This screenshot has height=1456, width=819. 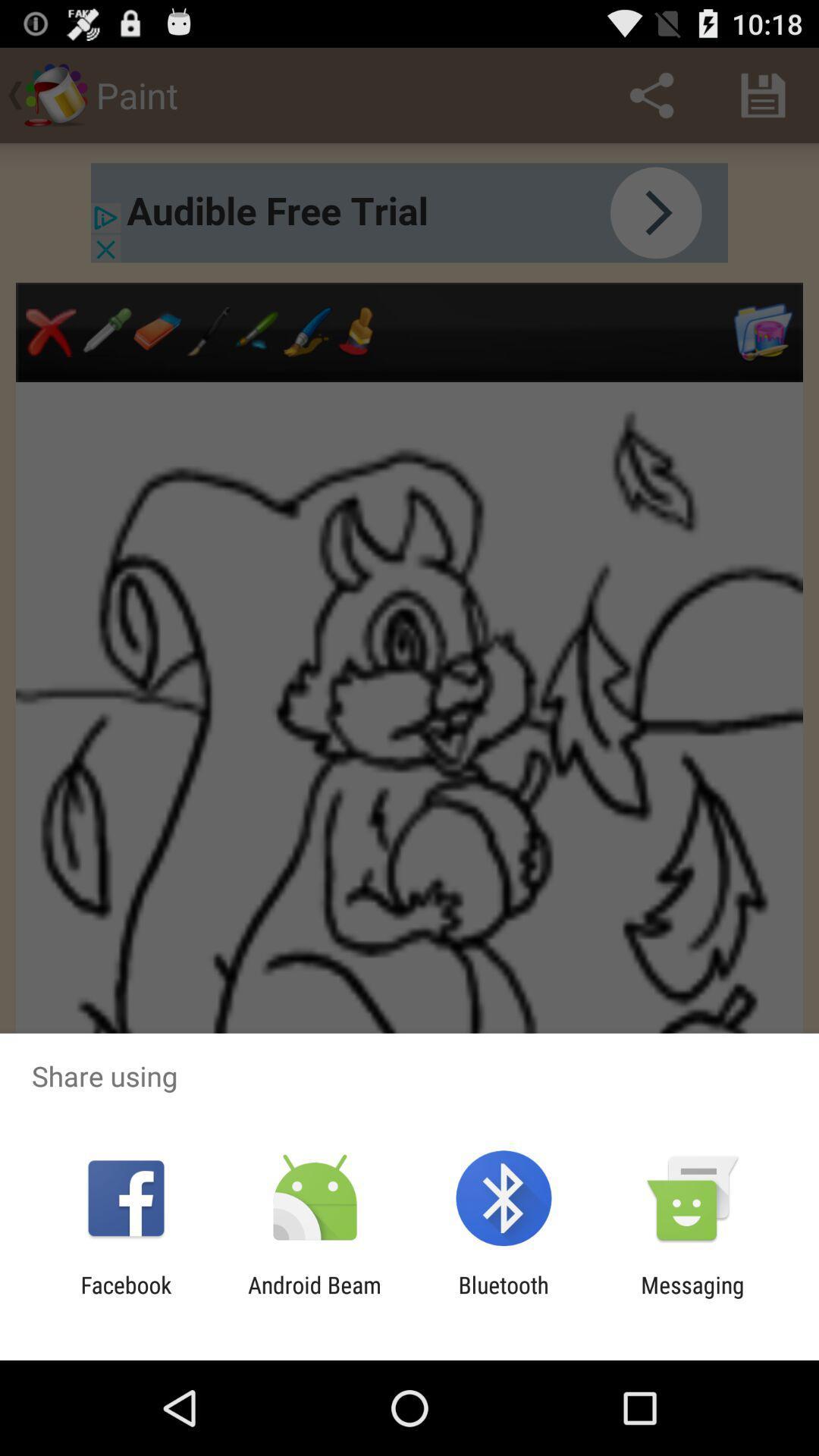 I want to click on bluetooth app, so click(x=504, y=1298).